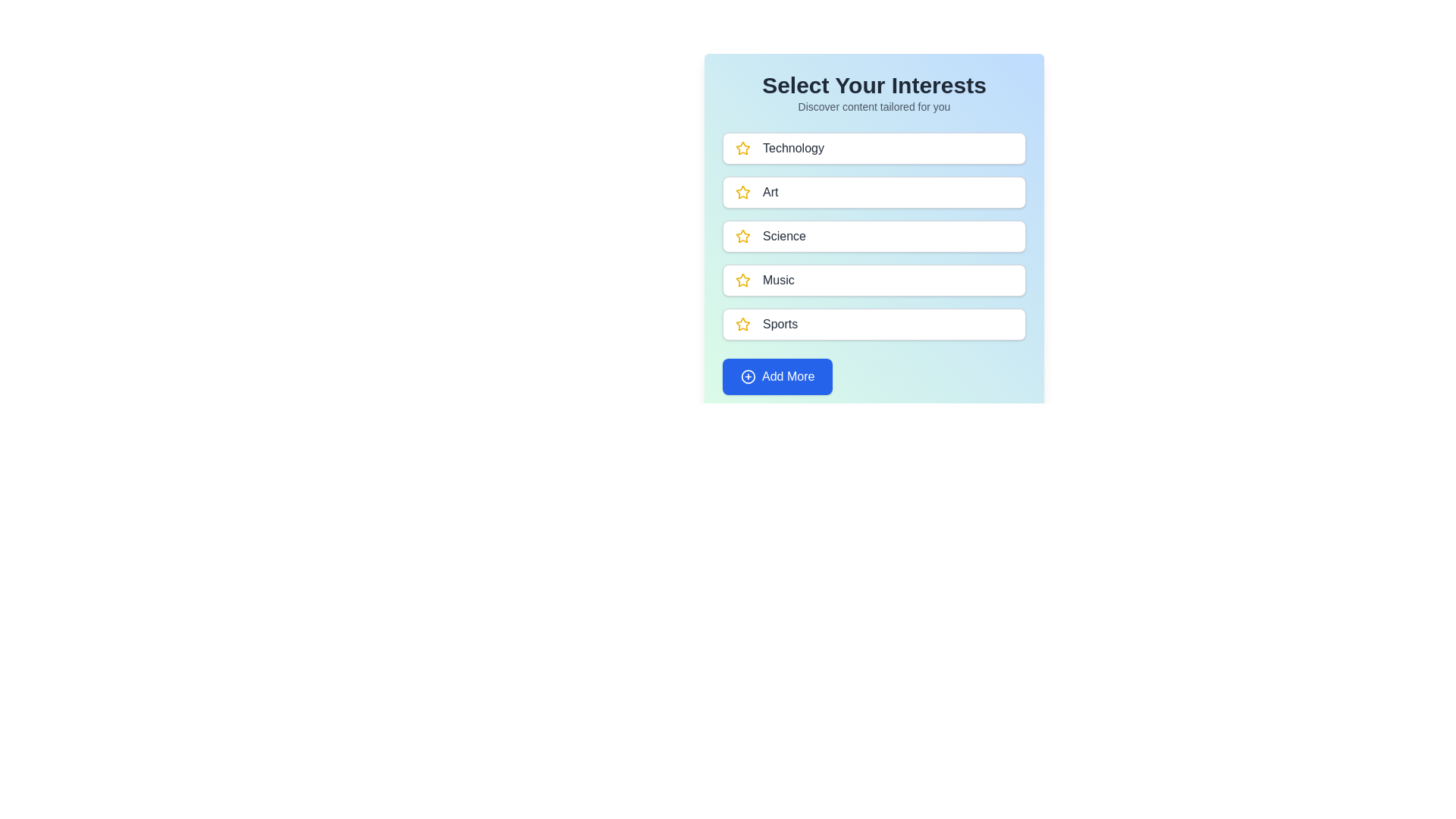  Describe the element at coordinates (777, 376) in the screenshot. I see `'Add More' button to add additional interests` at that location.